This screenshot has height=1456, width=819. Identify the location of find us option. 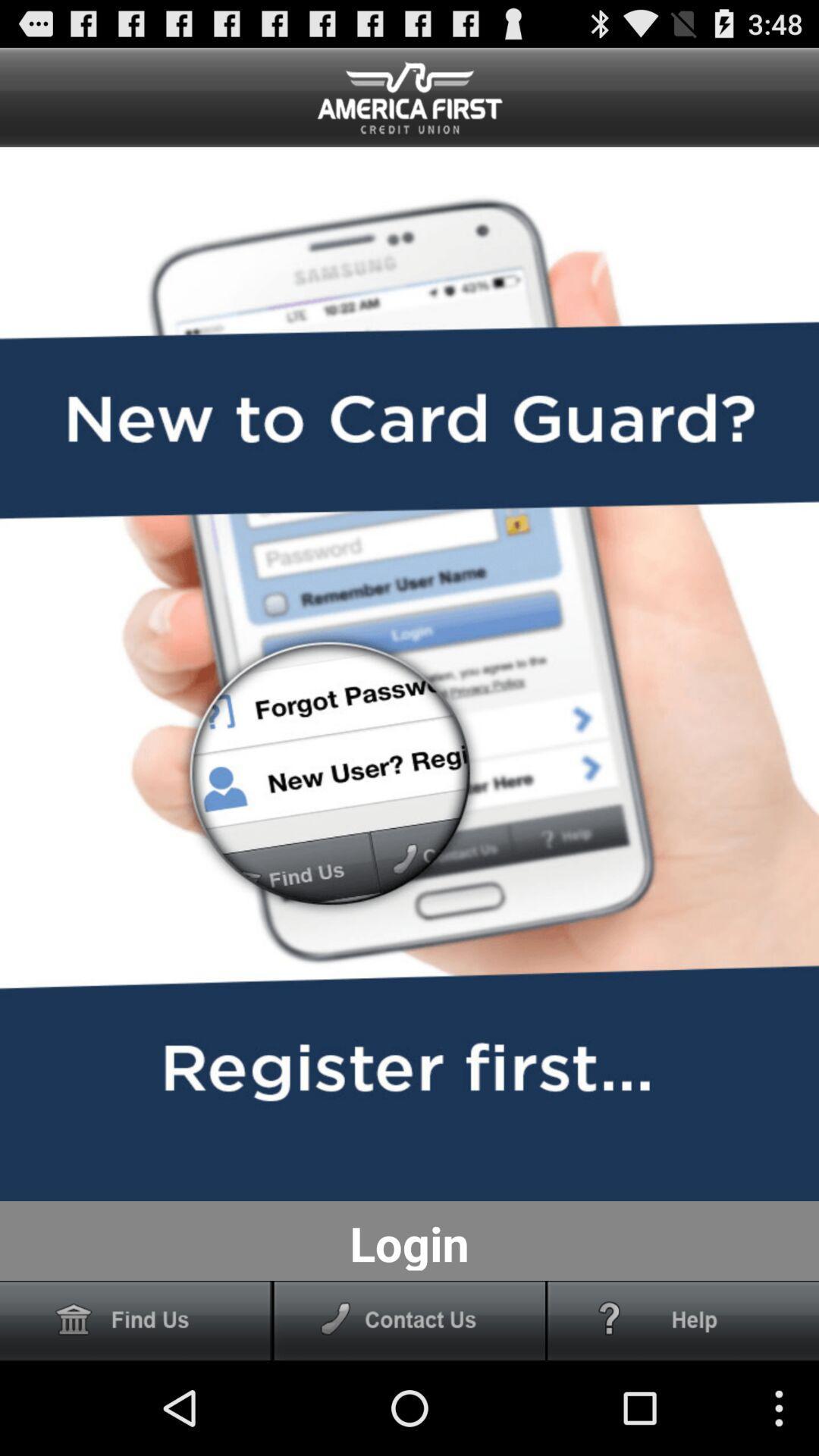
(135, 1319).